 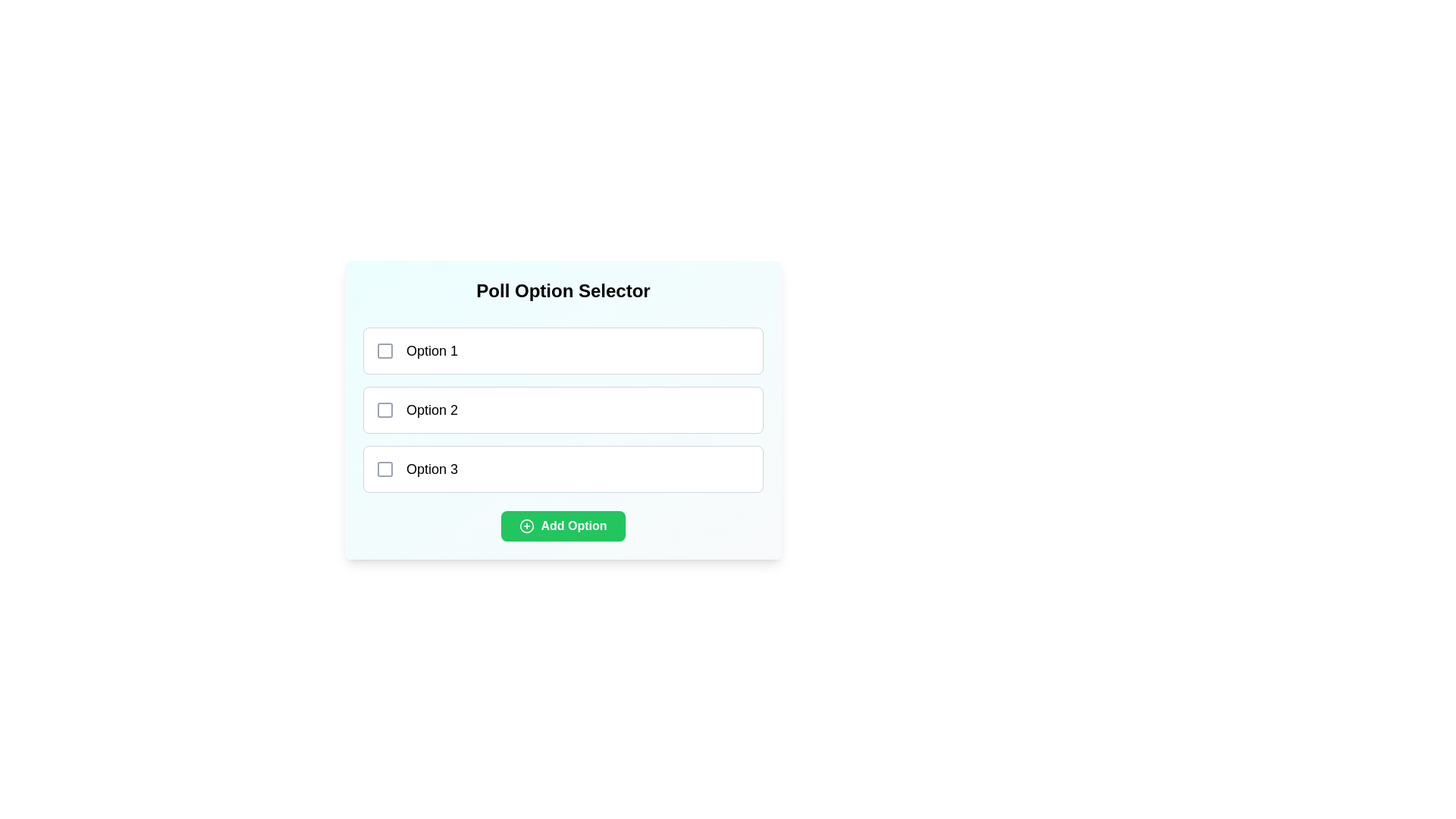 What do you see at coordinates (385, 468) in the screenshot?
I see `the checkbox corresponding to Option 3 to select it` at bounding box center [385, 468].